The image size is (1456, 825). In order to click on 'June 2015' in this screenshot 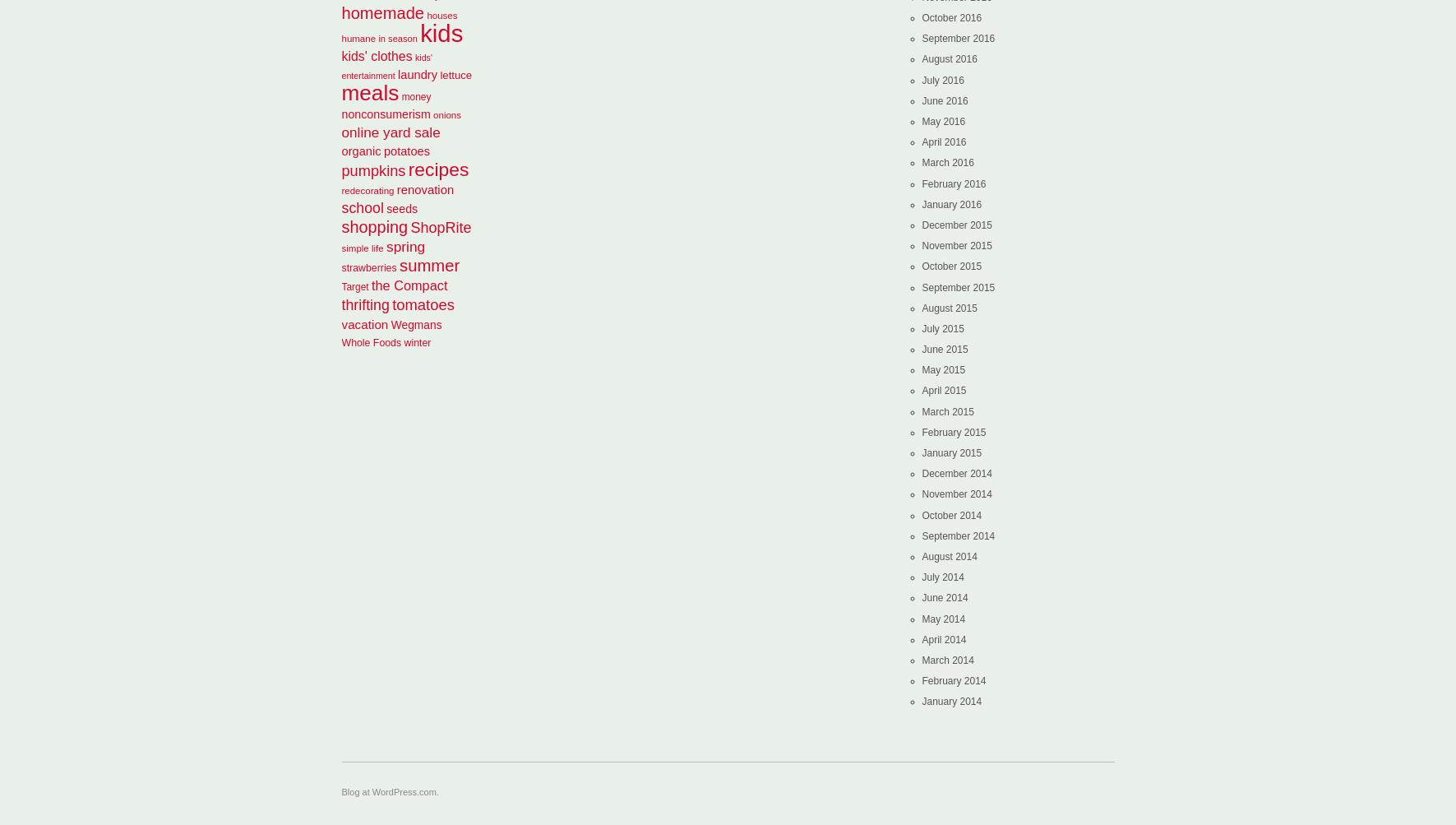, I will do `click(921, 349)`.